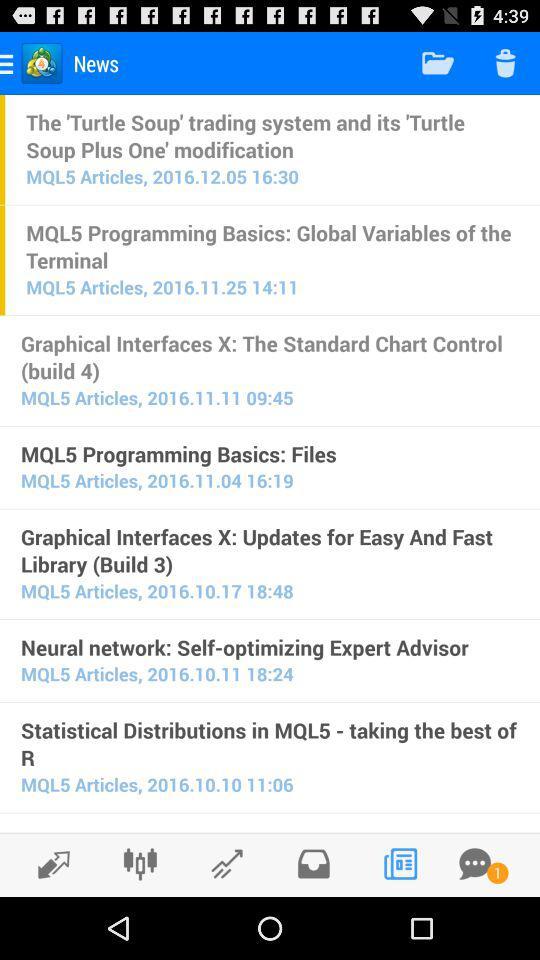  Describe the element at coordinates (474, 863) in the screenshot. I see `open messages` at that location.